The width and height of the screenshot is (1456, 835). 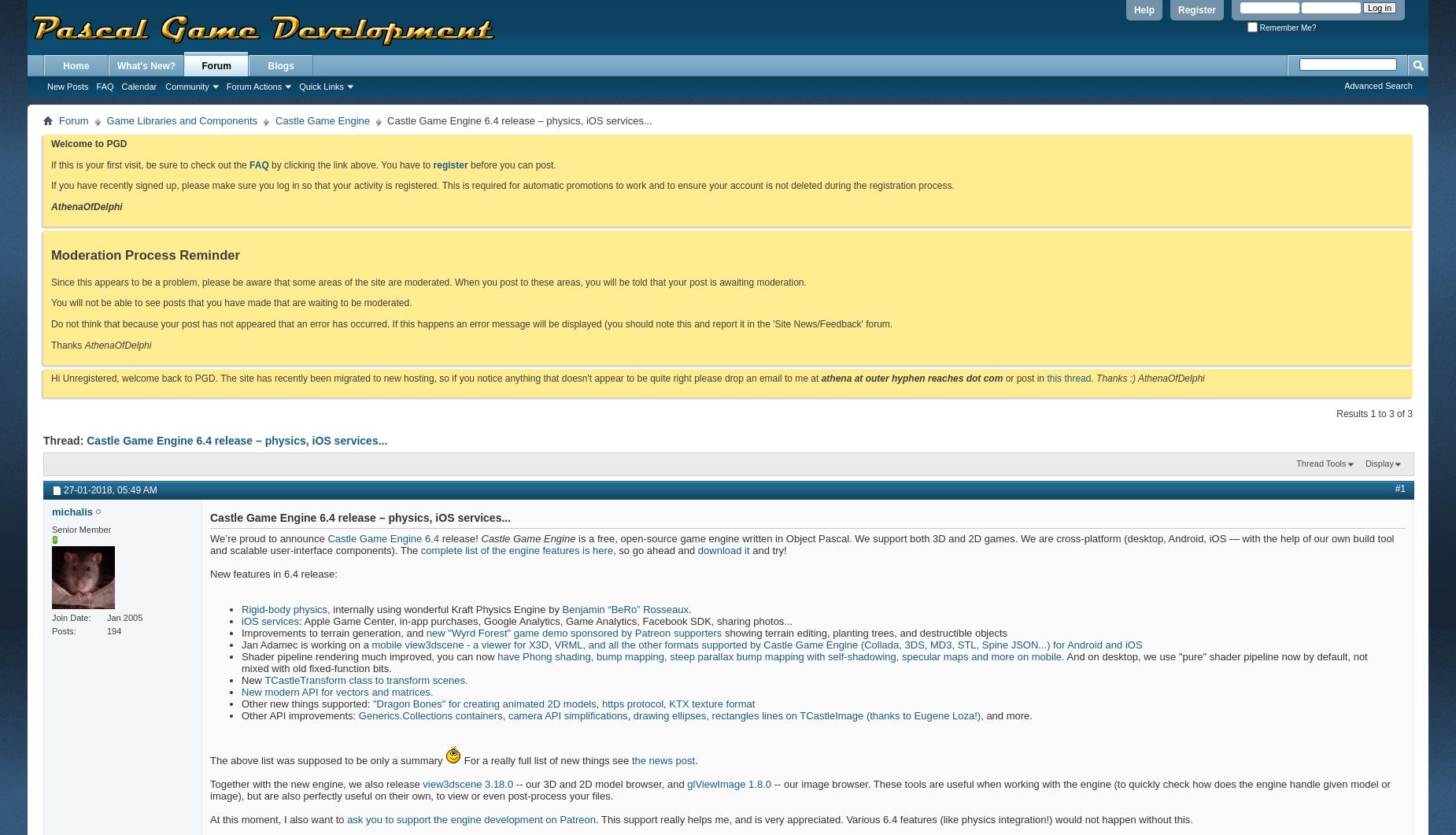 I want to click on 'Blogs', so click(x=279, y=66).